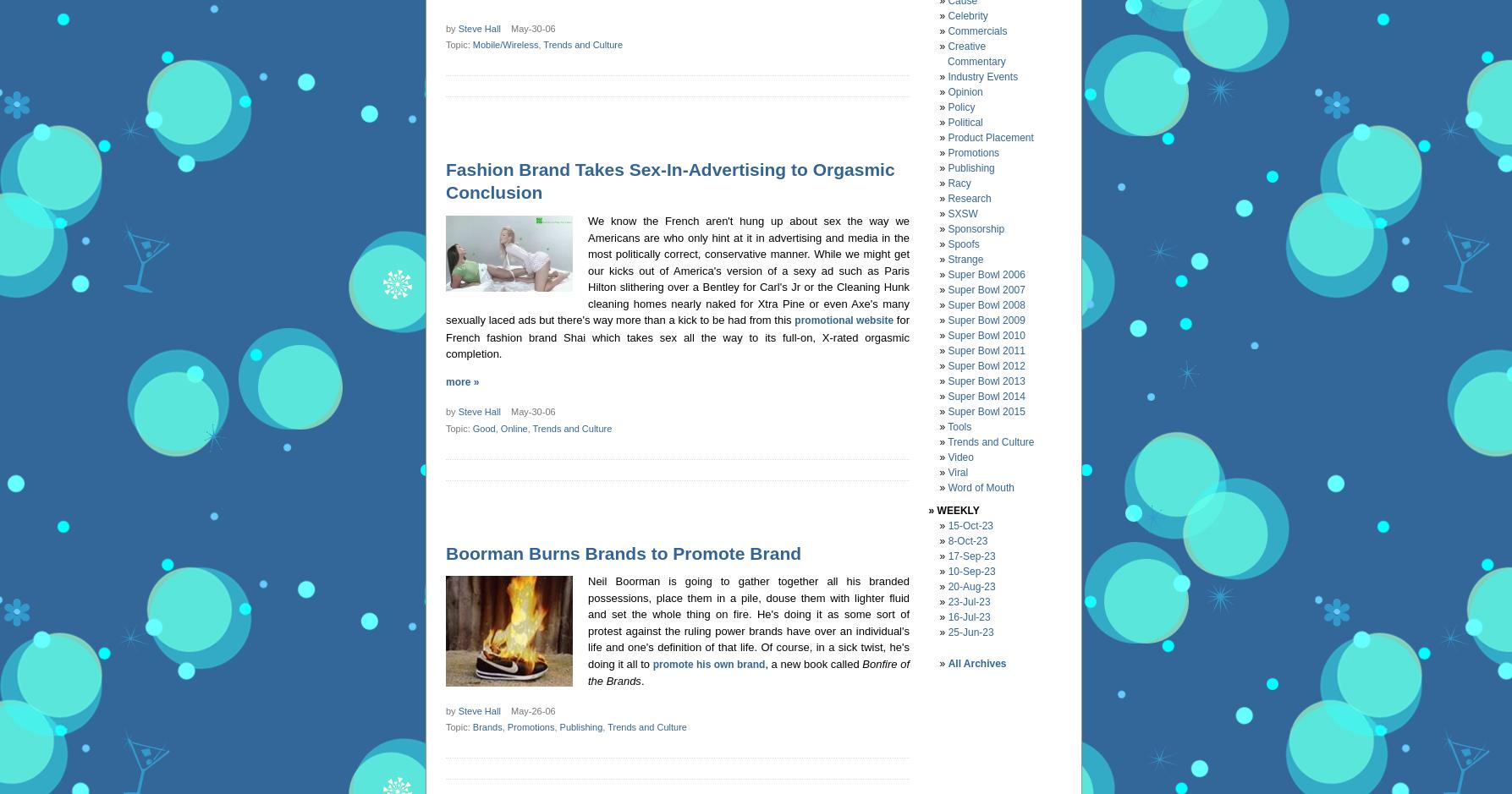  What do you see at coordinates (969, 197) in the screenshot?
I see `'Research'` at bounding box center [969, 197].